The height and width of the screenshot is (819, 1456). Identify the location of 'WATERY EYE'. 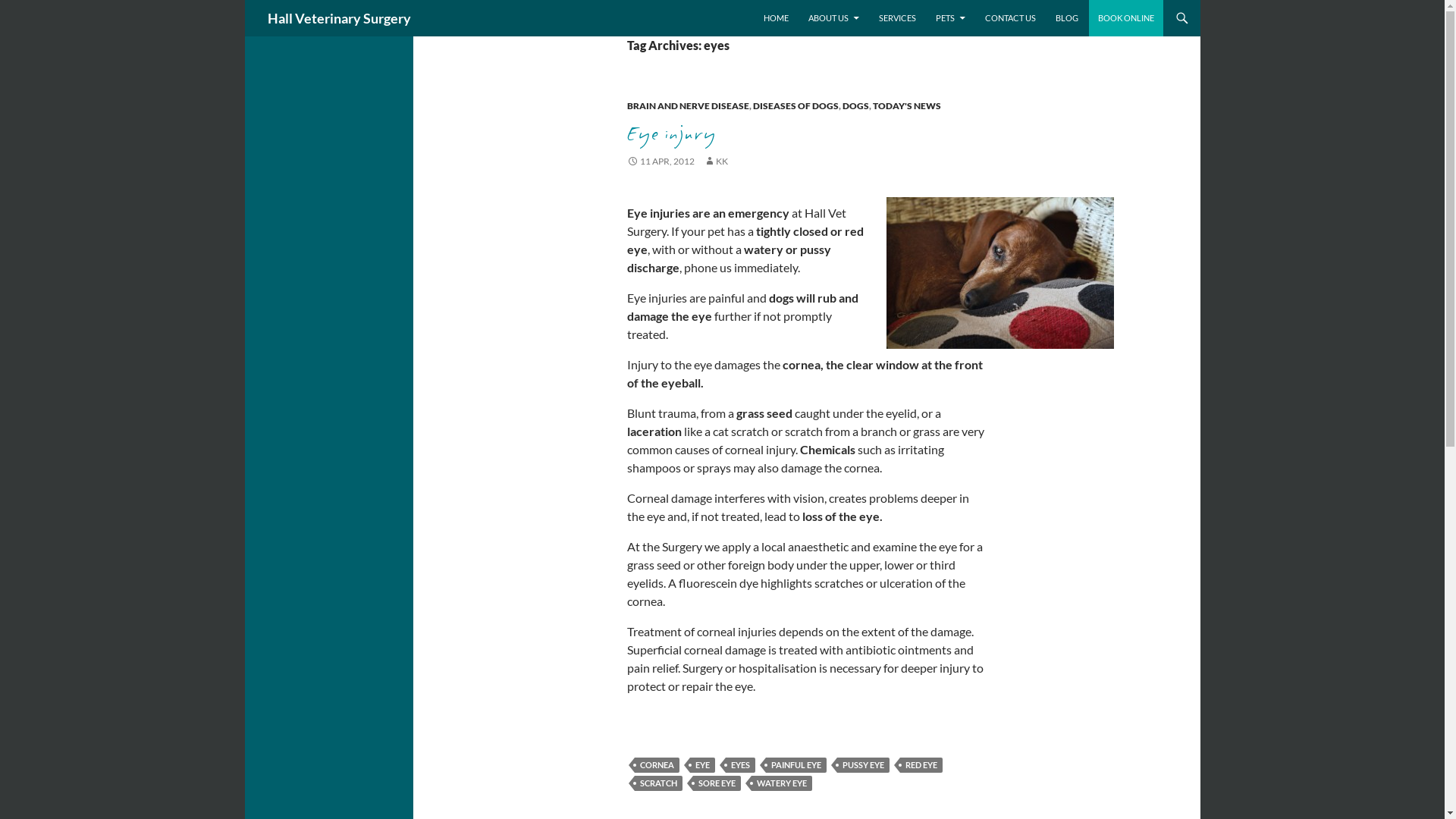
(781, 783).